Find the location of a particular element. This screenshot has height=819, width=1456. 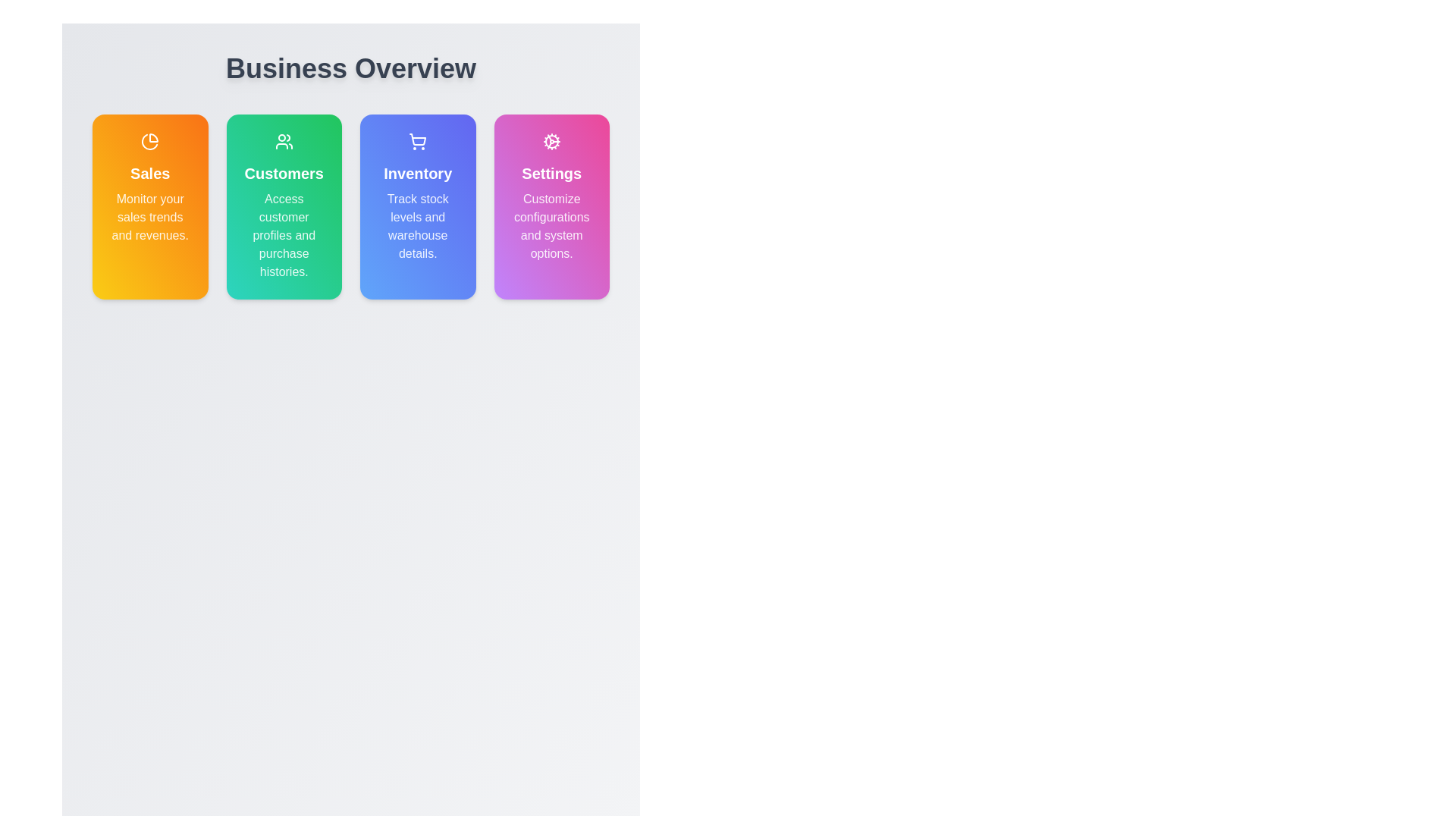

'Customers' heading label, which is the title of the second green card in the 'Business Overview' section, located below the green customers icon and above the description text is located at coordinates (284, 172).